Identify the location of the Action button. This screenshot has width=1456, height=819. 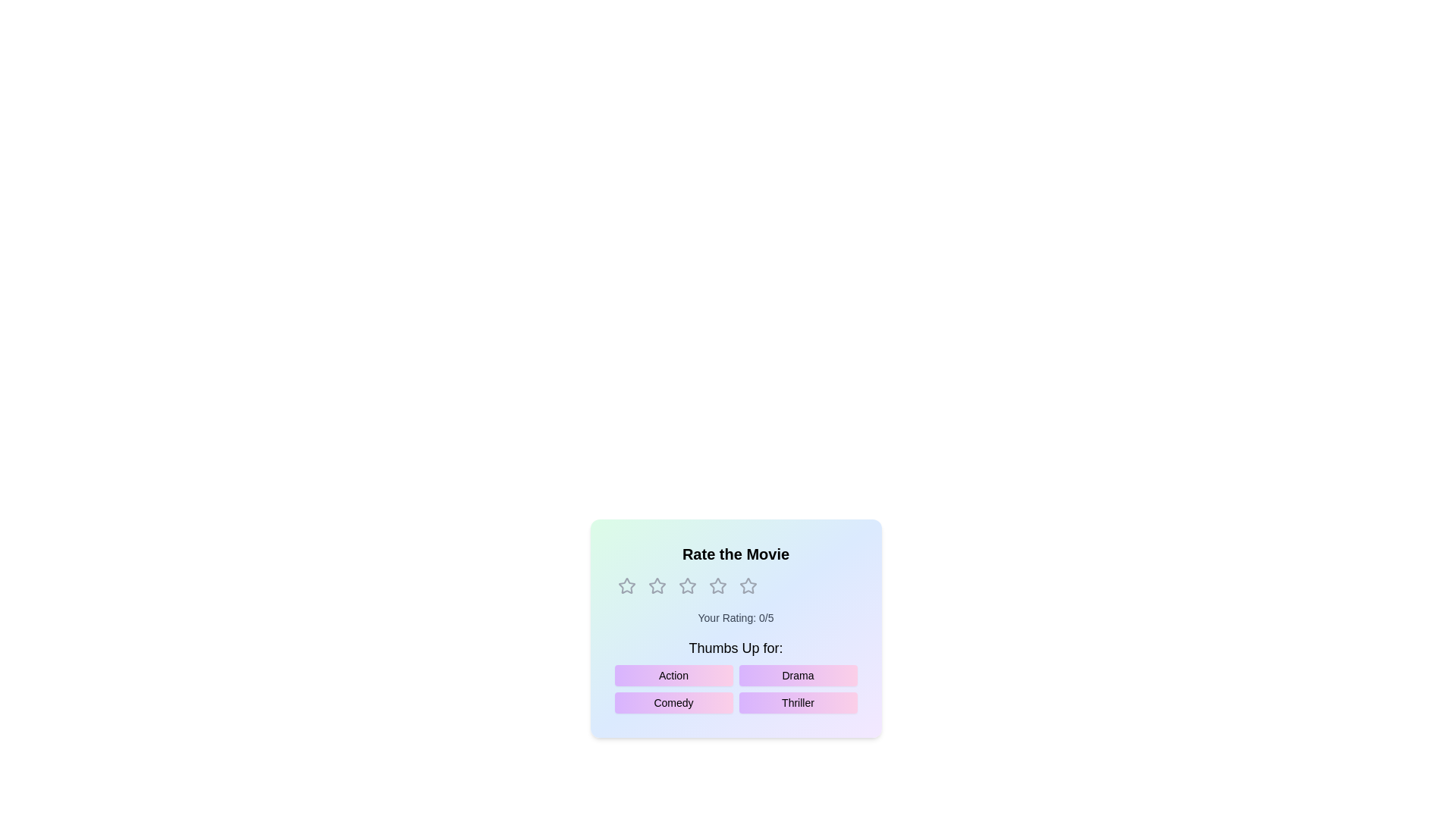
(673, 675).